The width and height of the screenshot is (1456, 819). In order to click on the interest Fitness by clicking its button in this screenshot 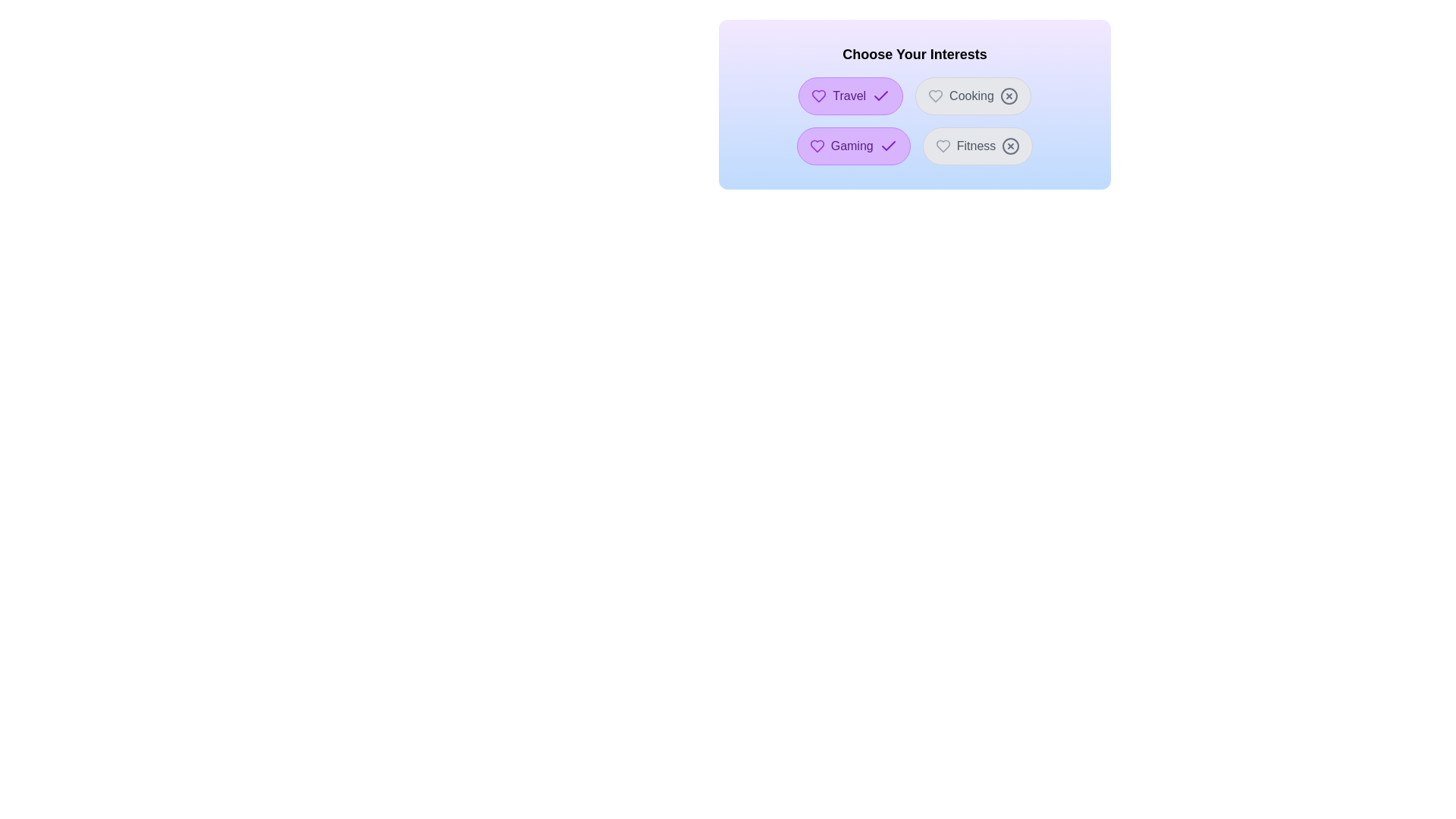, I will do `click(977, 146)`.